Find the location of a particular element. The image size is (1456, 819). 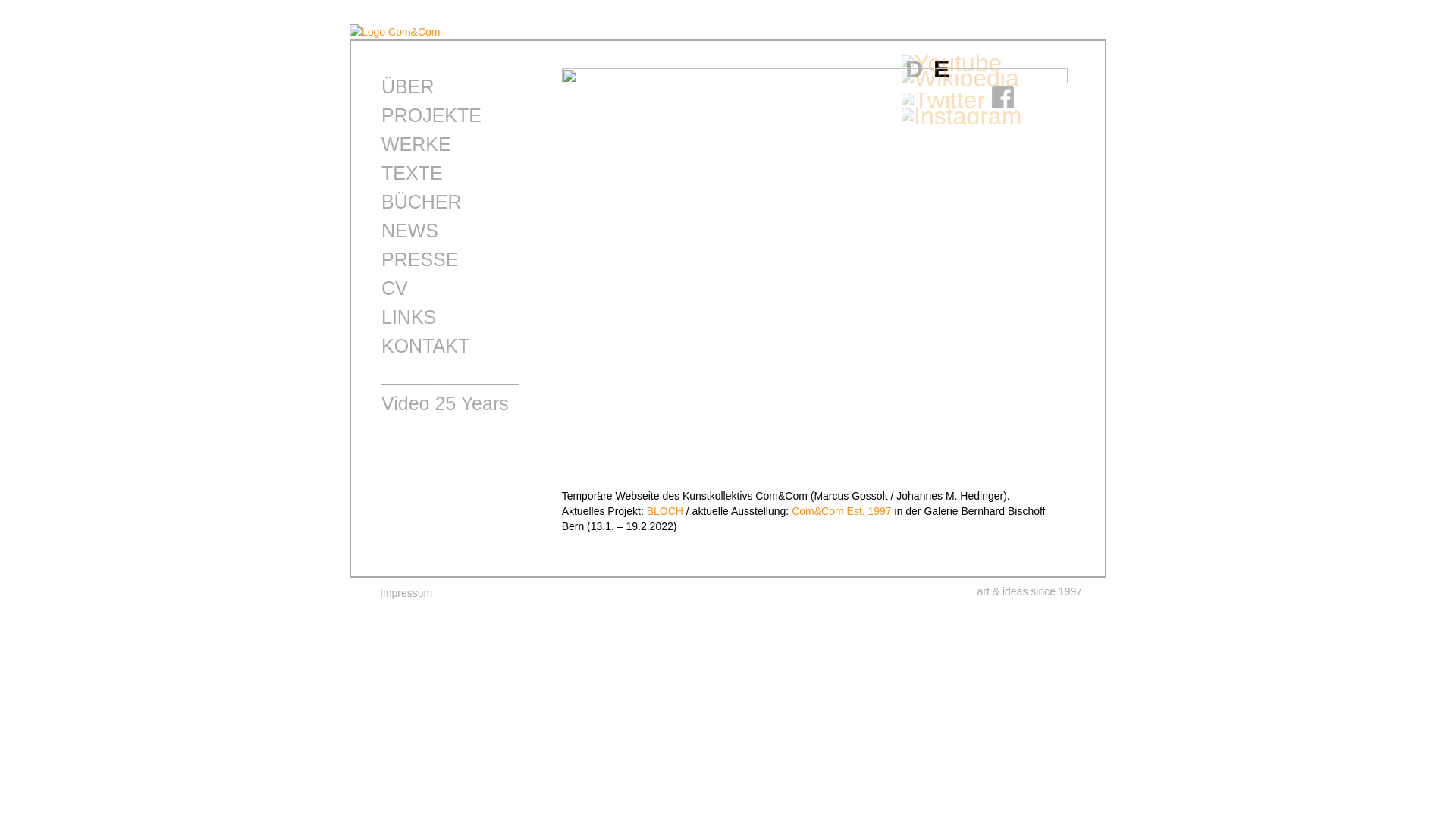

'TEXTE' is located at coordinates (412, 171).